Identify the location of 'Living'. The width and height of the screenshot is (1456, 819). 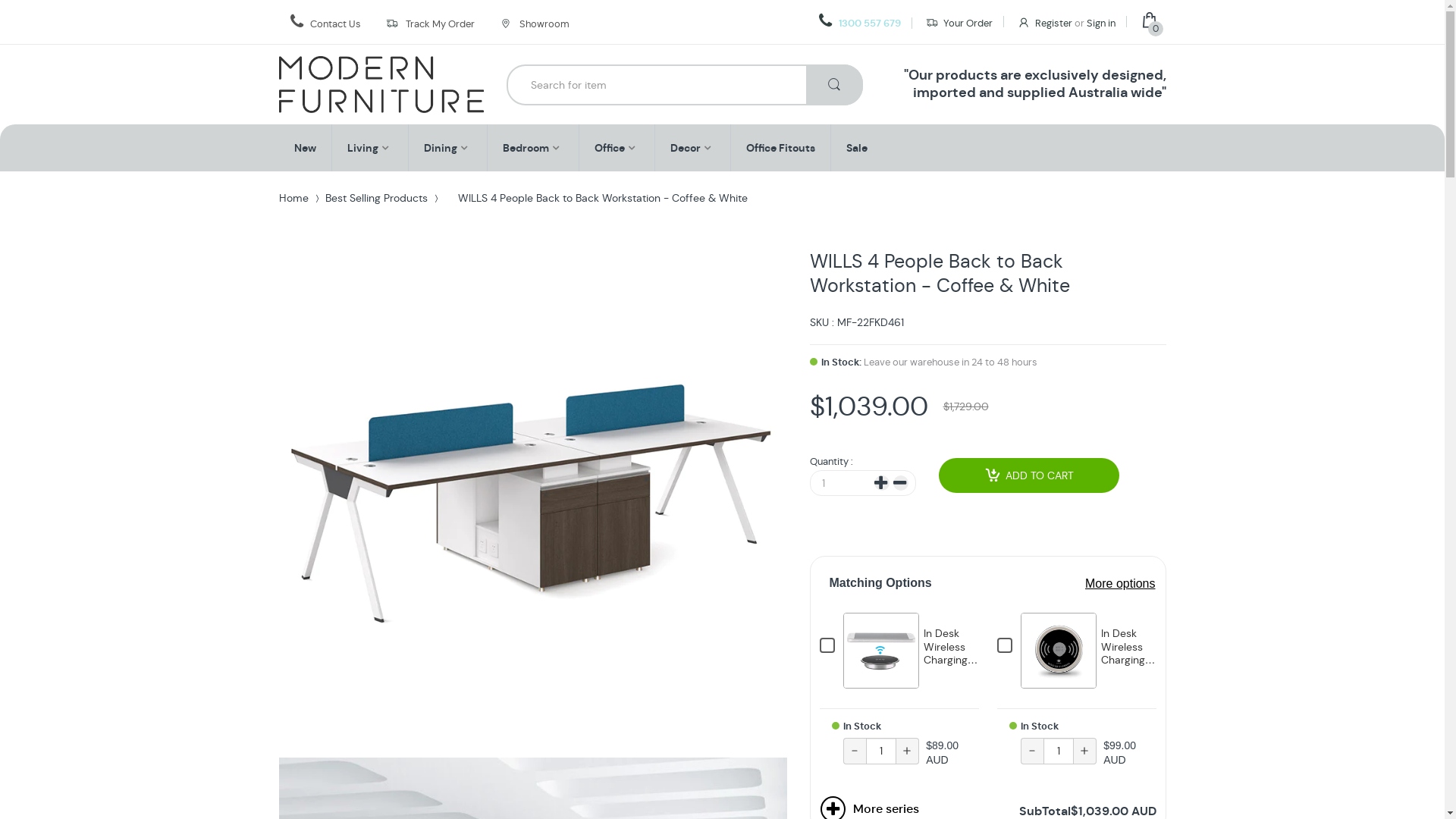
(362, 148).